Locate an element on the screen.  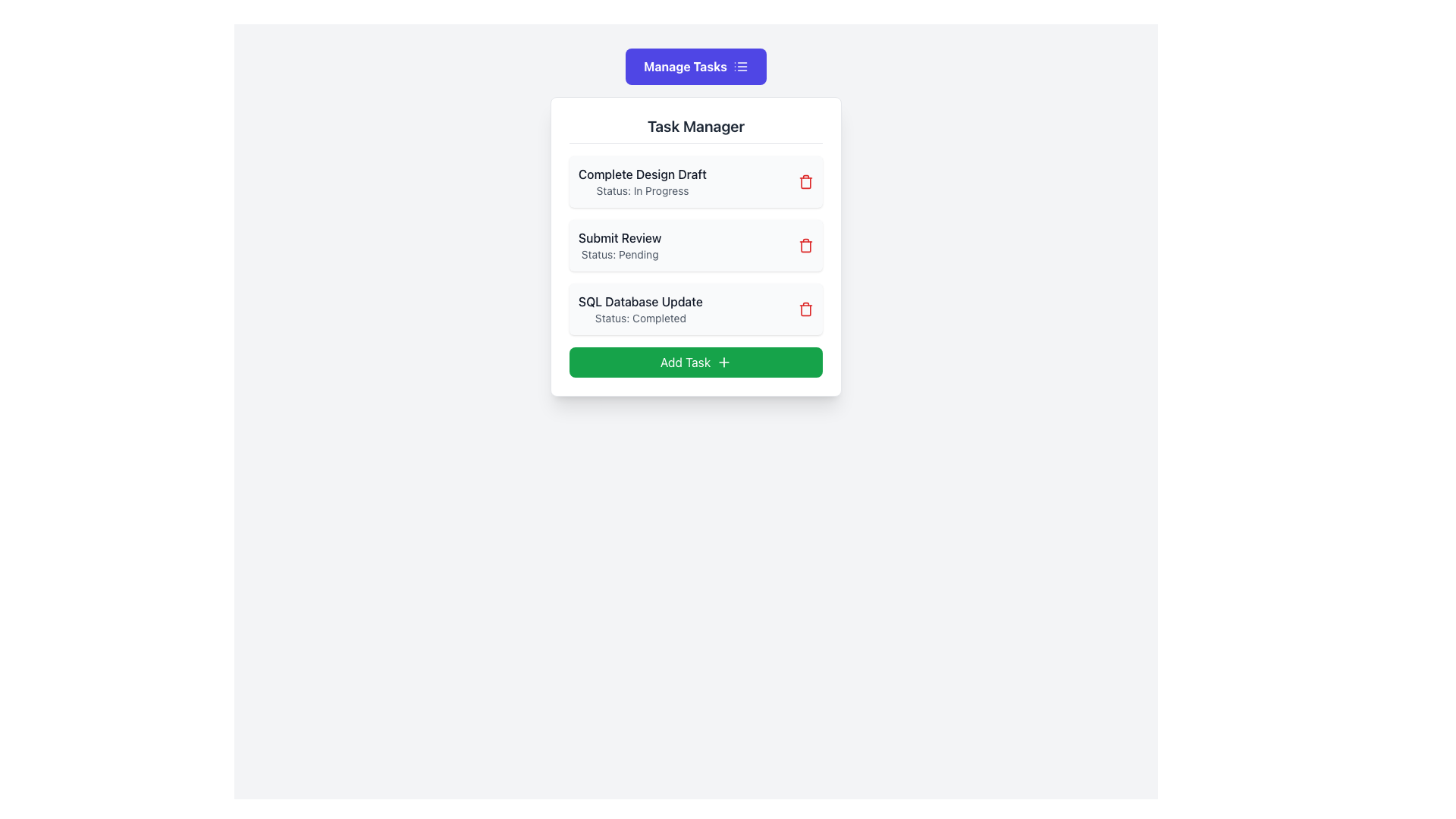
the trash bin icon located in the 'Submit Review' task row of the 'Task Manager' card is located at coordinates (805, 245).